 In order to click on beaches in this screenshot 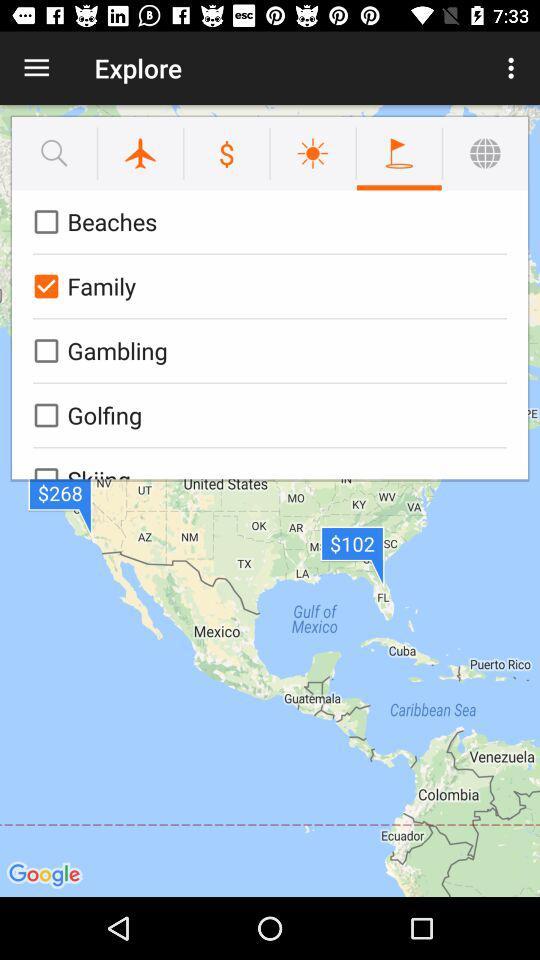, I will do `click(266, 221)`.